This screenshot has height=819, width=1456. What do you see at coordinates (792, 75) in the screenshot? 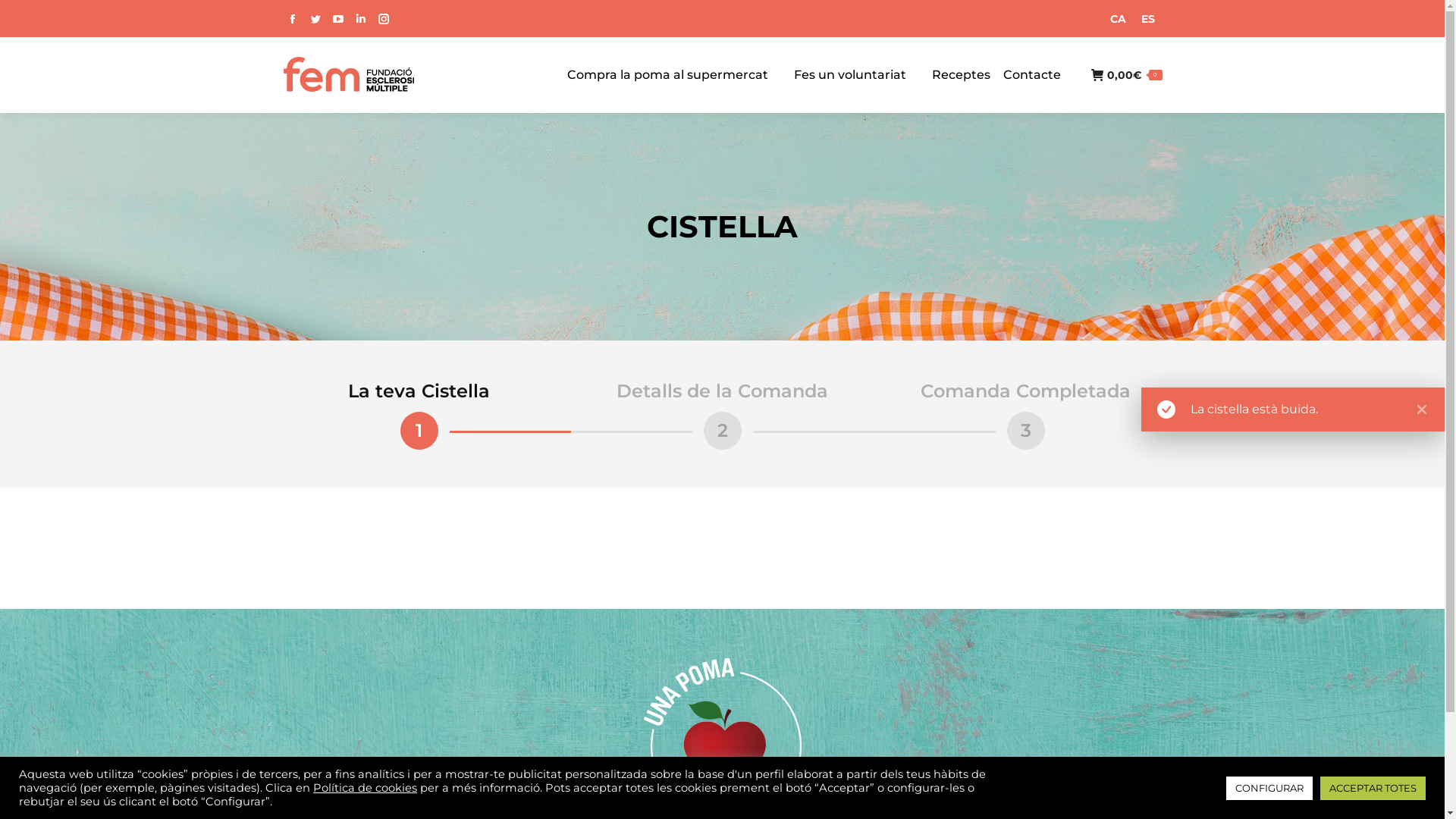
I see `'Fes un voluntariat'` at bounding box center [792, 75].